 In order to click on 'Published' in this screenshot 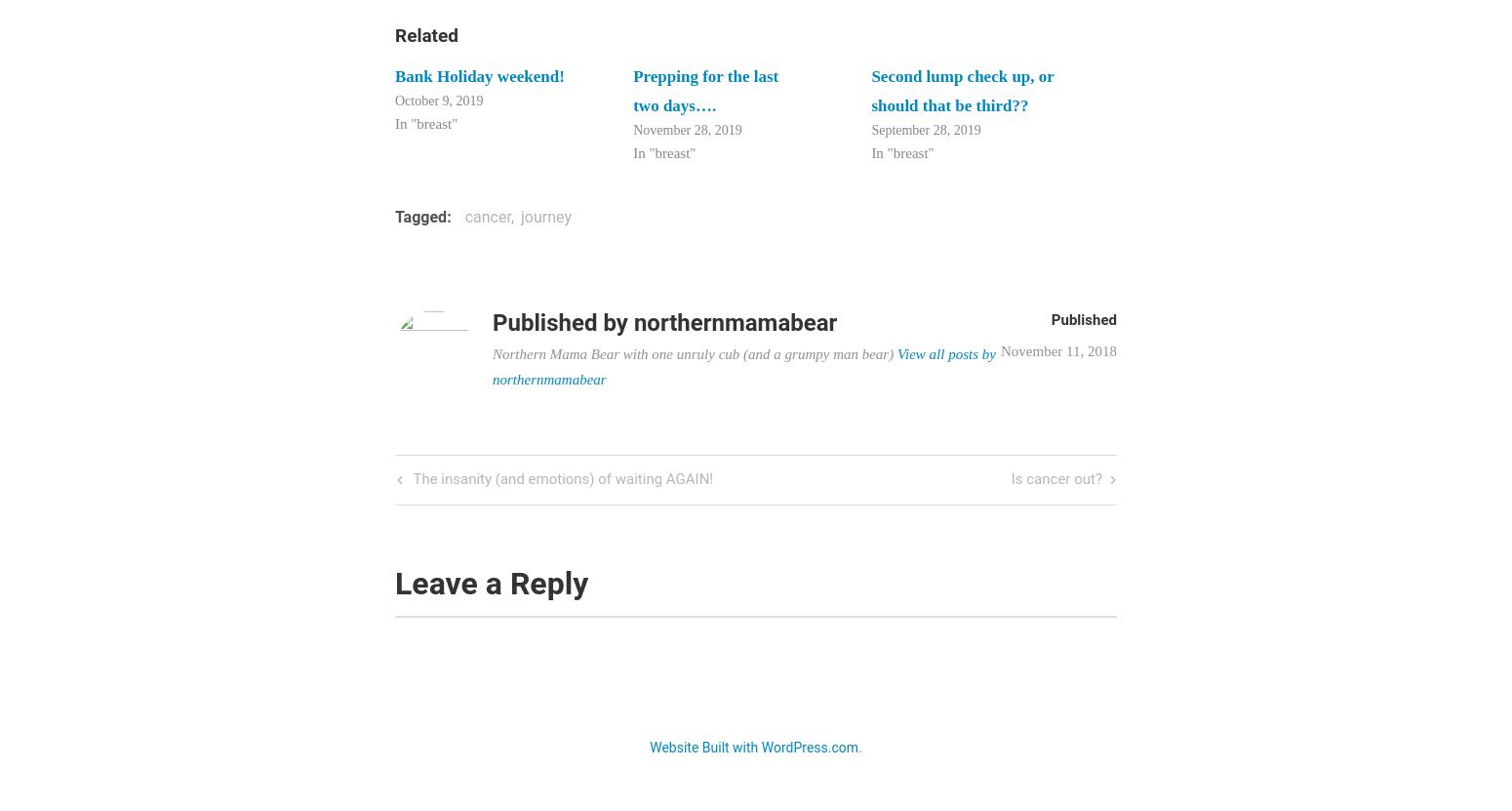, I will do `click(1050, 317)`.